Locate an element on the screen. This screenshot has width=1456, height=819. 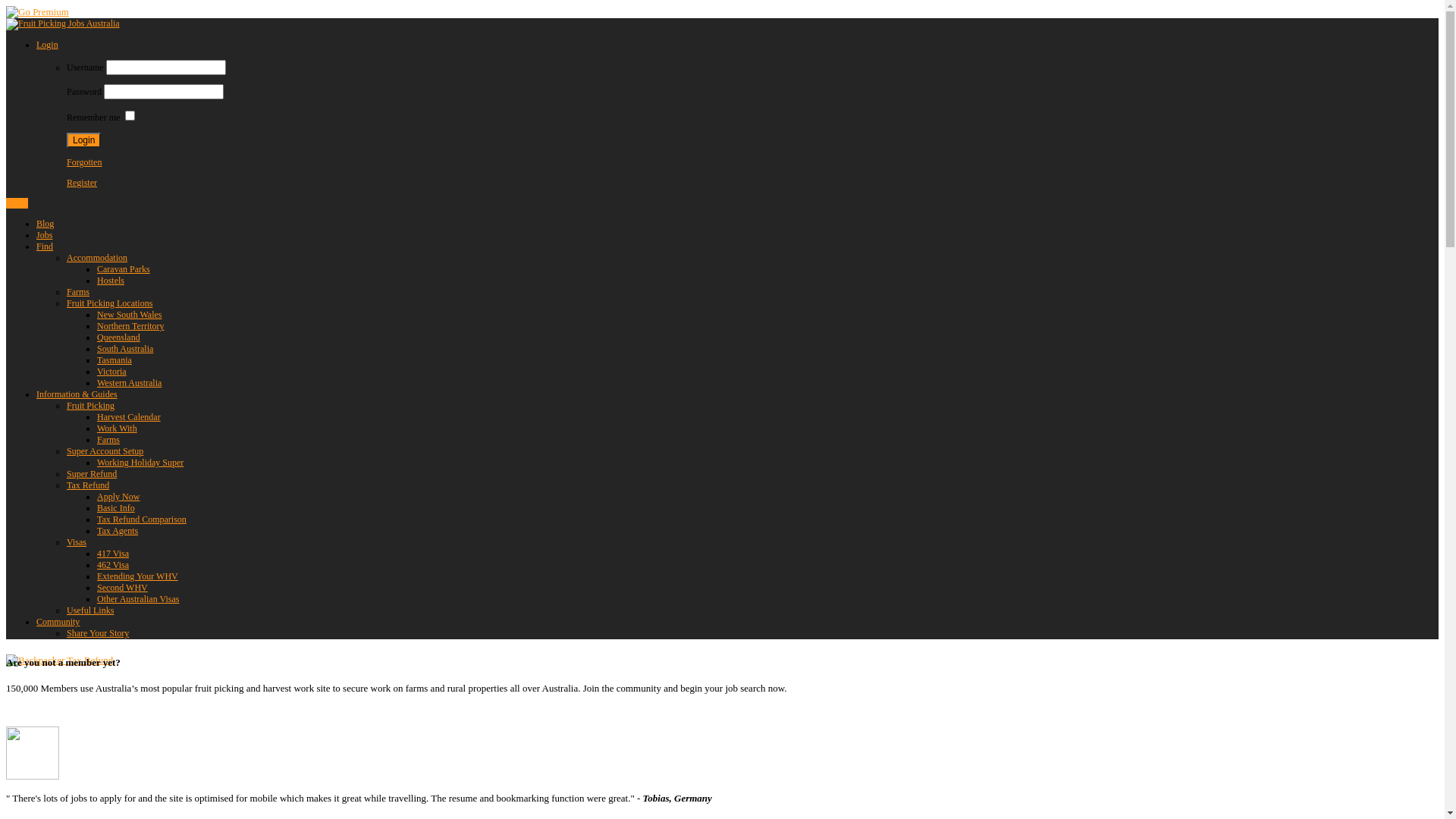
'Login' is located at coordinates (36, 43).